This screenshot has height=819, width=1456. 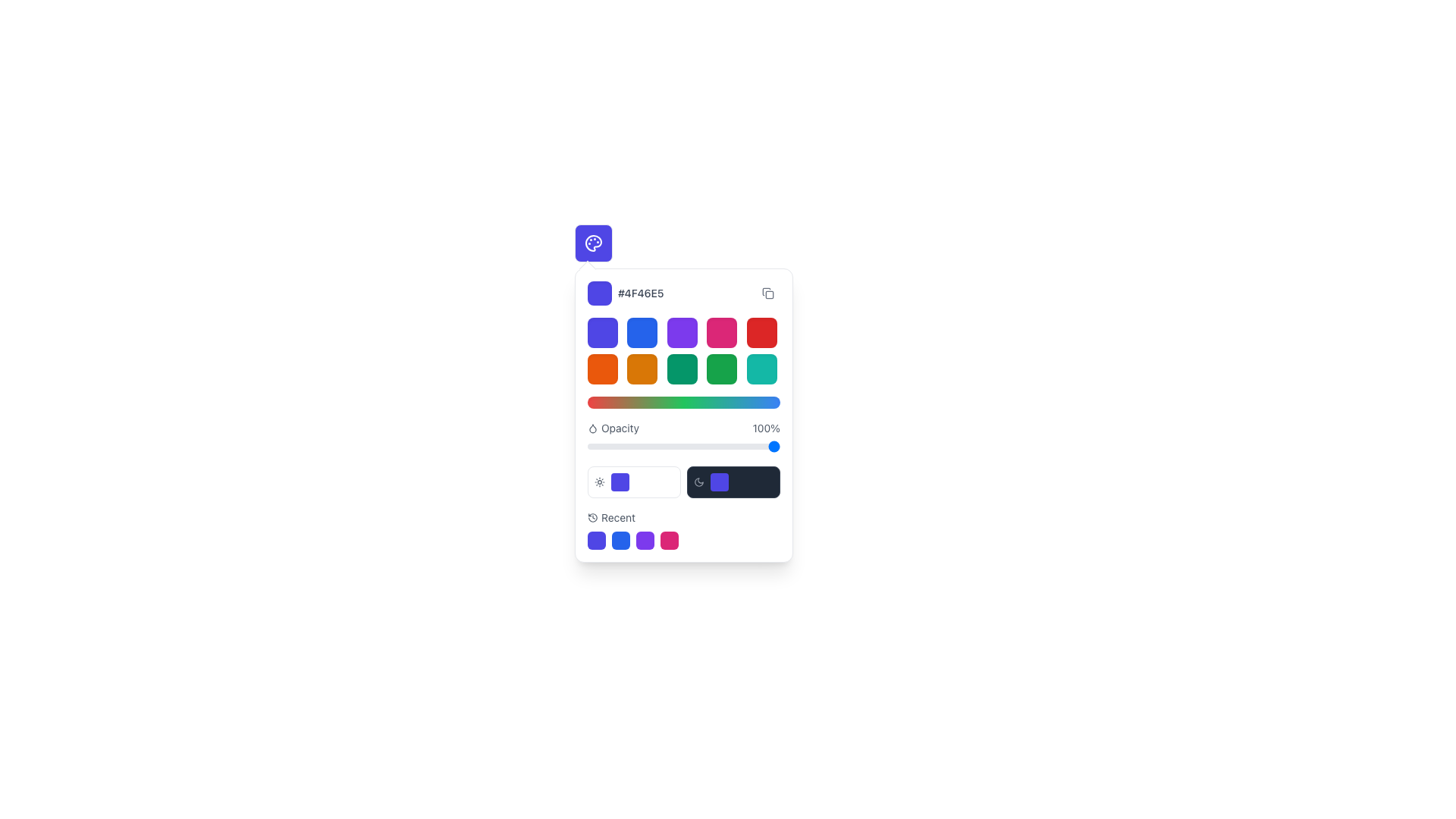 I want to click on the first button in the second row of the color selection grid, so click(x=602, y=369).